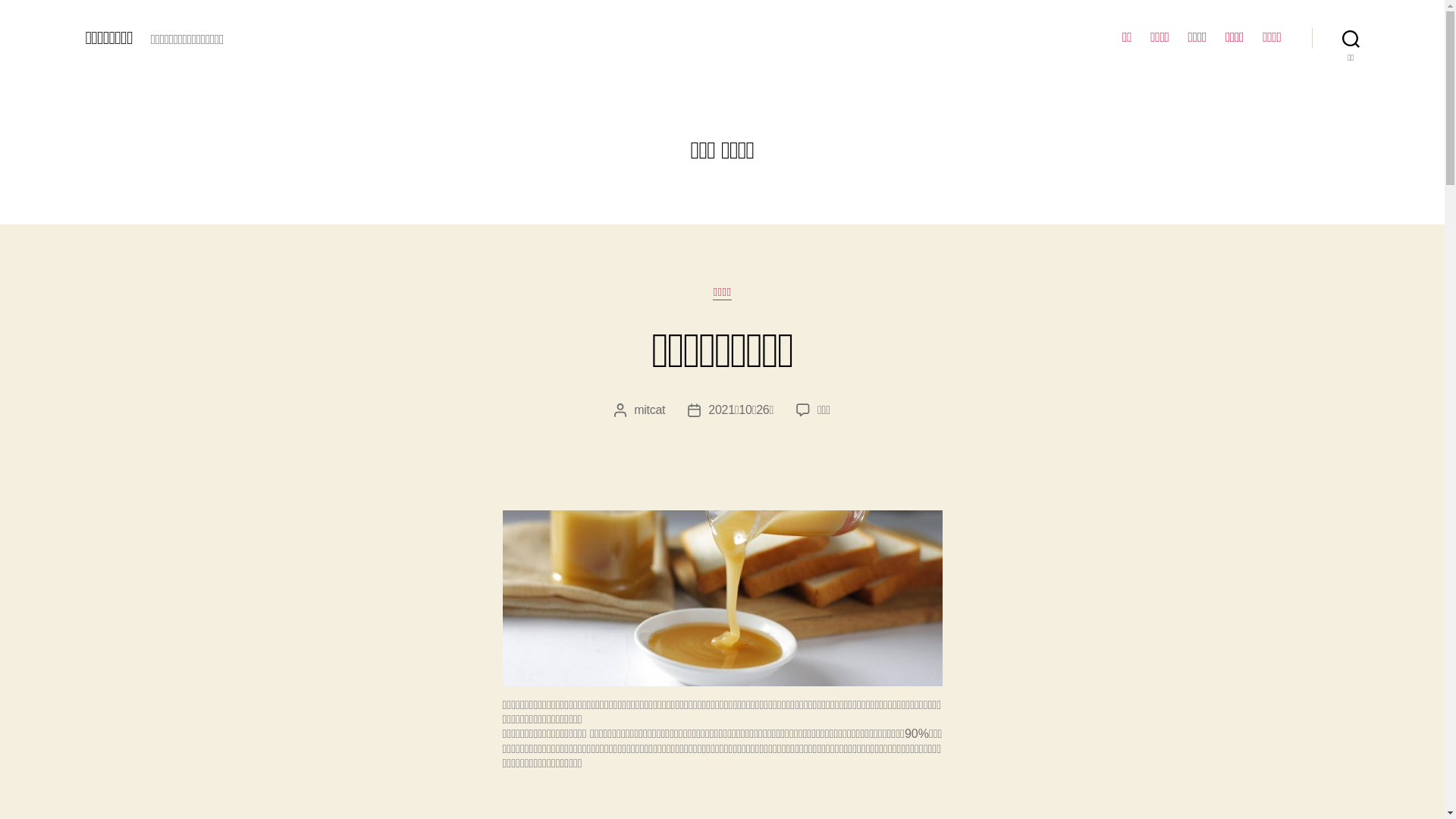 The image size is (1456, 819). I want to click on 'mitcat', so click(649, 409).